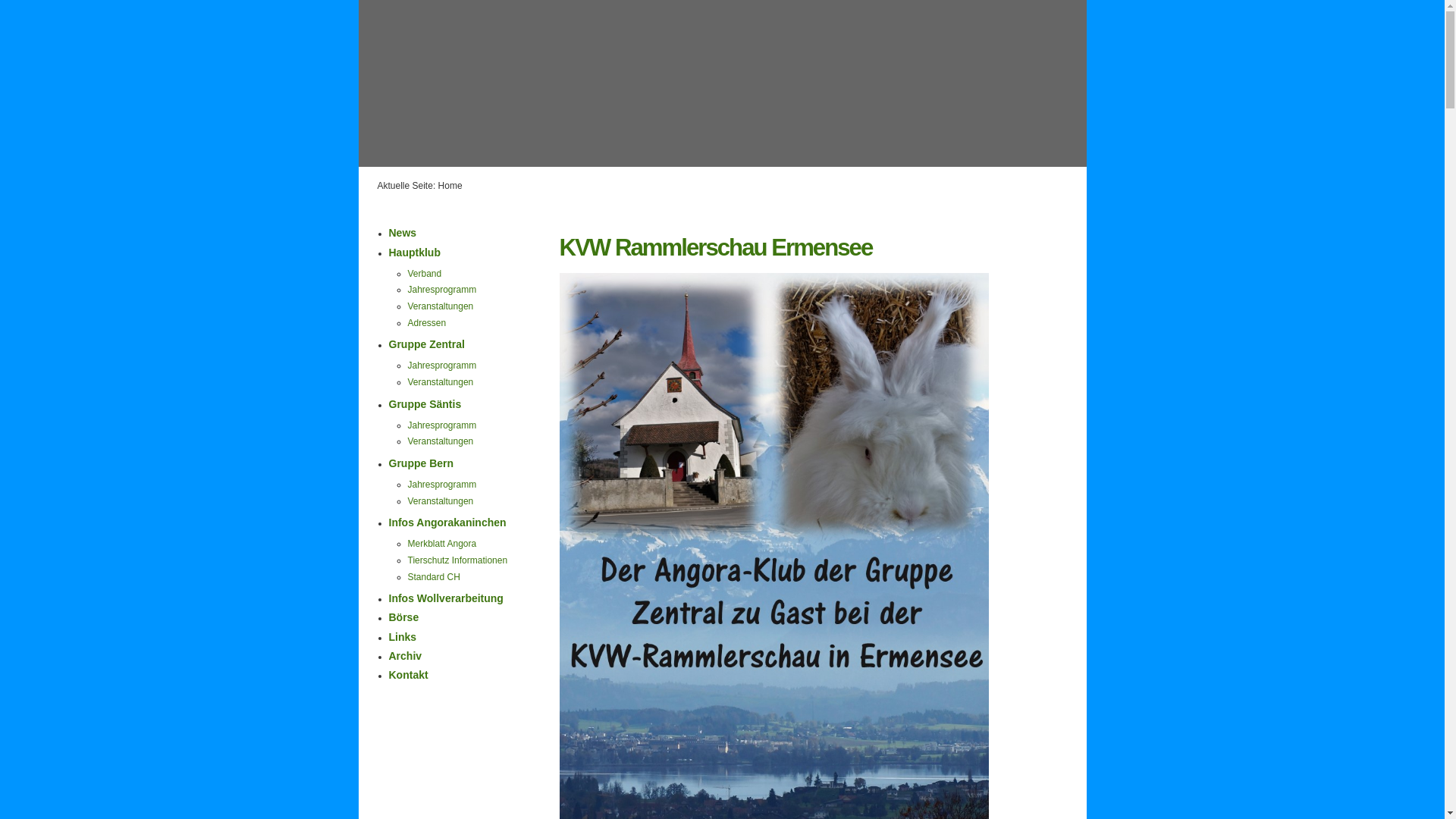 This screenshot has height=819, width=1456. Describe the element at coordinates (404, 654) in the screenshot. I see `'Archiv'` at that location.